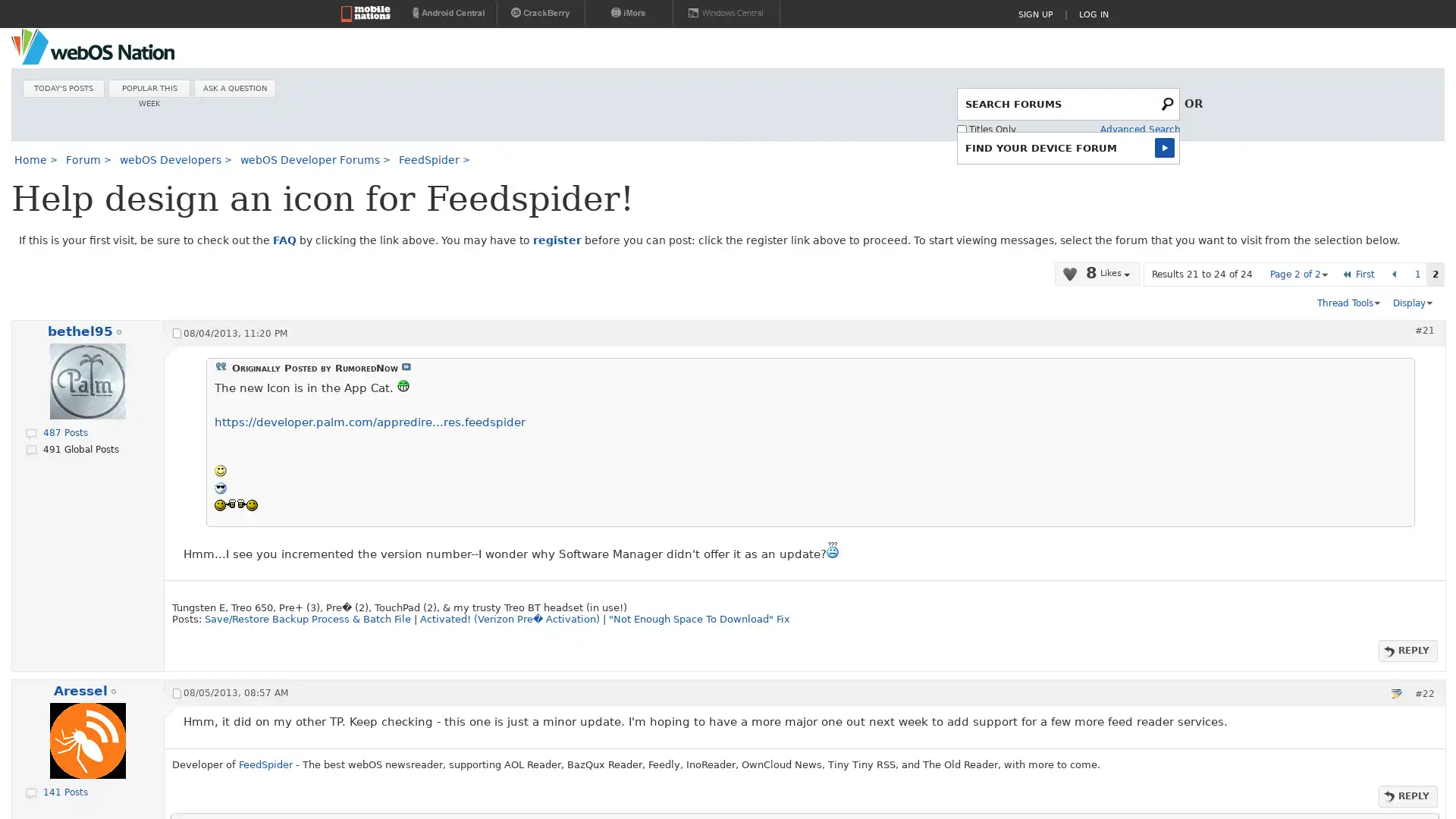  Describe the element at coordinates (1167, 146) in the screenshot. I see `Submit` at that location.